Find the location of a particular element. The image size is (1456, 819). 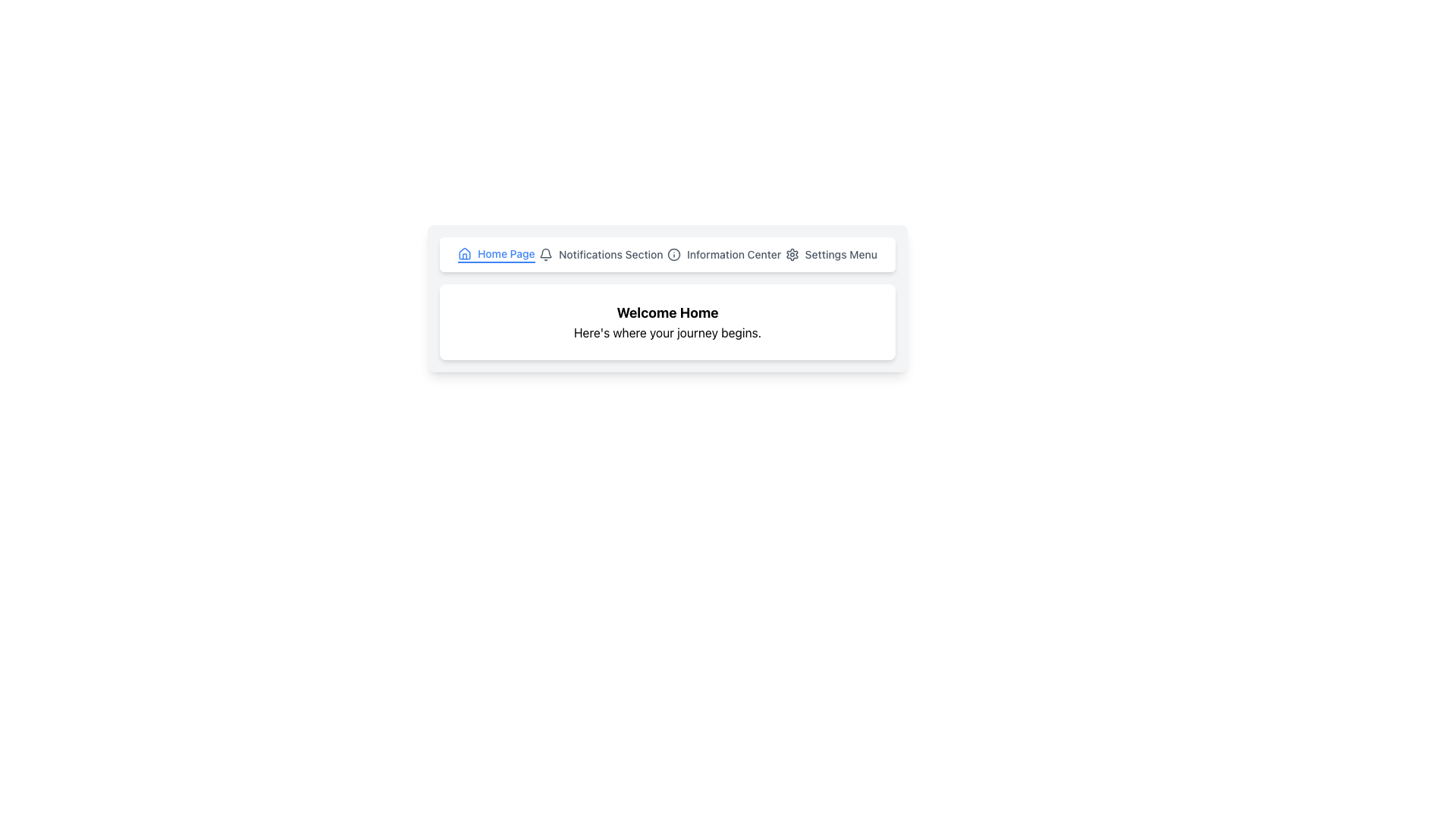

the 'Information Center' button, which features an 'info' icon and is positioned in the navigation bar is located at coordinates (723, 253).